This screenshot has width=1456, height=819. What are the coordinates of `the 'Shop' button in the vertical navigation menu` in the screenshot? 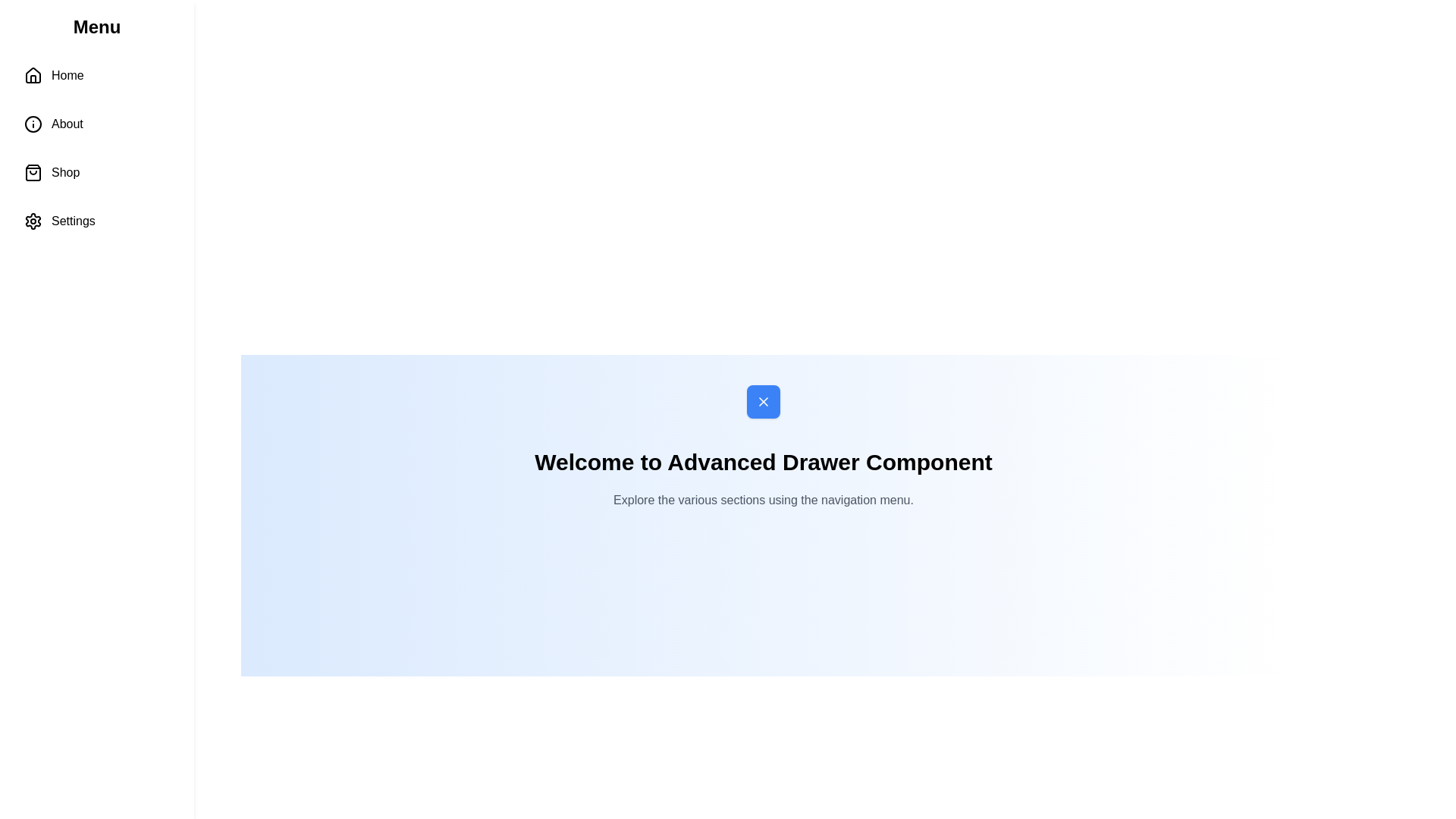 It's located at (96, 171).